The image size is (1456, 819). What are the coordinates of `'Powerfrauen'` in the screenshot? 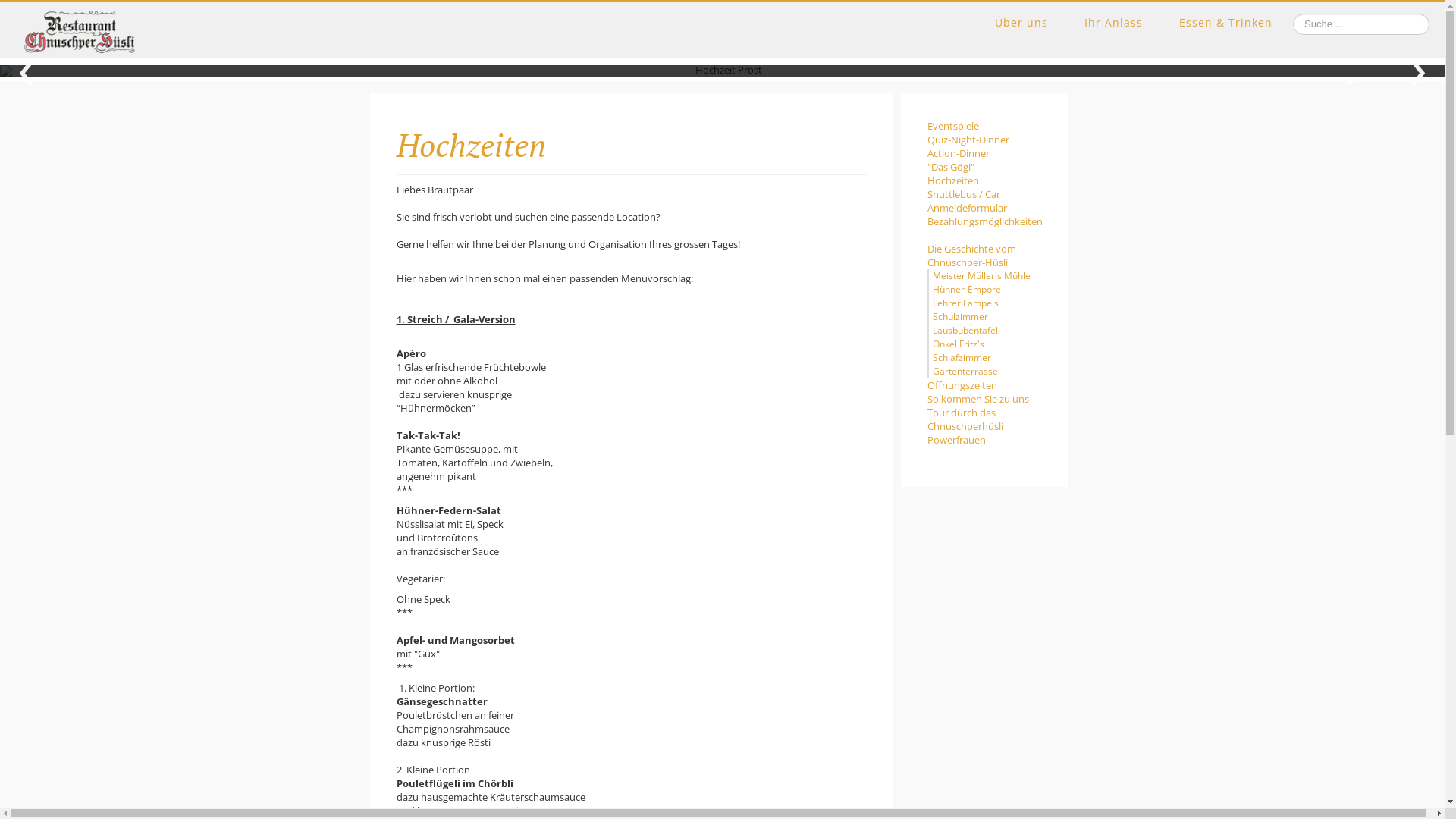 It's located at (926, 439).